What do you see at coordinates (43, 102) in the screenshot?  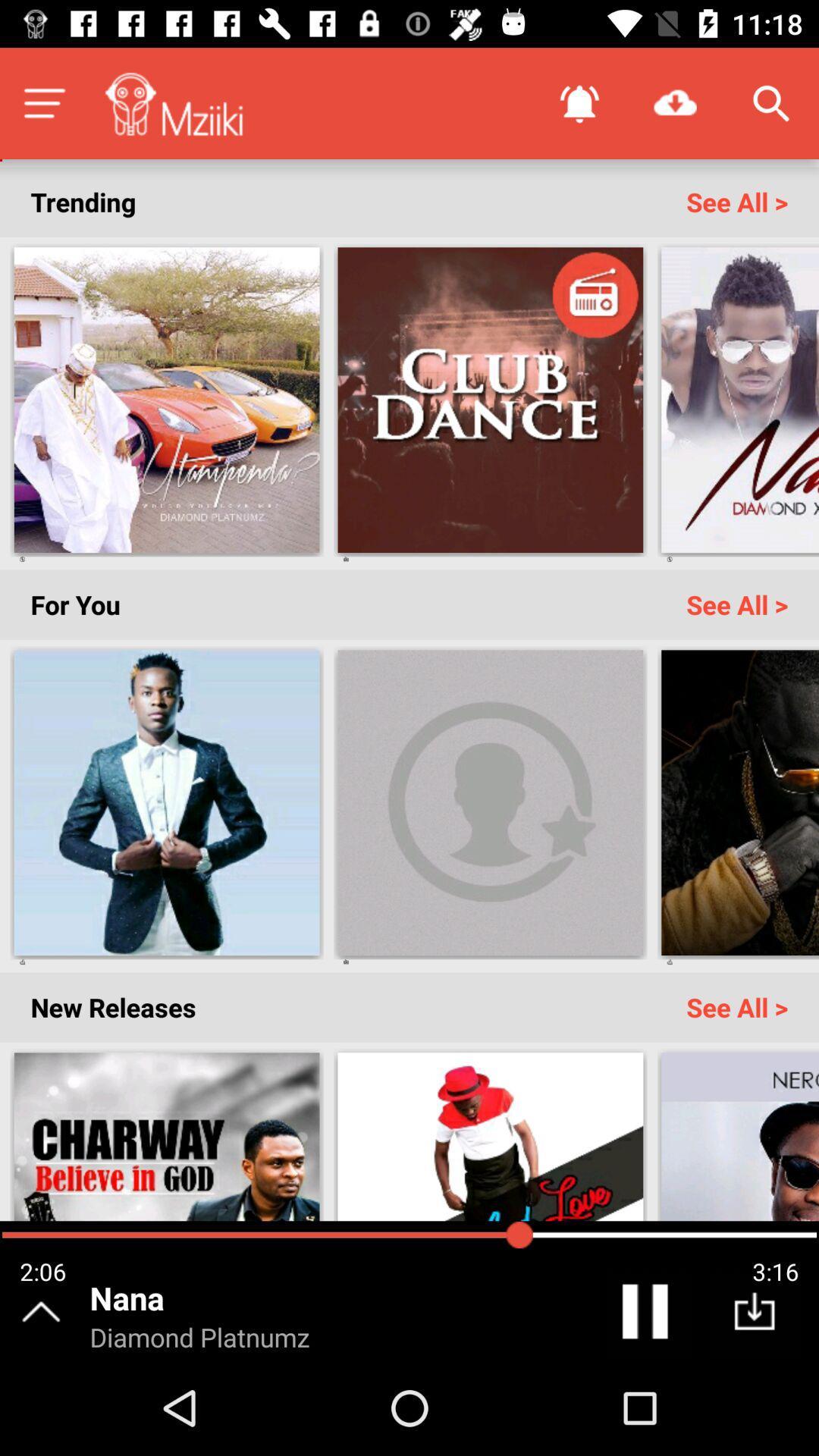 I see `open options menu` at bounding box center [43, 102].